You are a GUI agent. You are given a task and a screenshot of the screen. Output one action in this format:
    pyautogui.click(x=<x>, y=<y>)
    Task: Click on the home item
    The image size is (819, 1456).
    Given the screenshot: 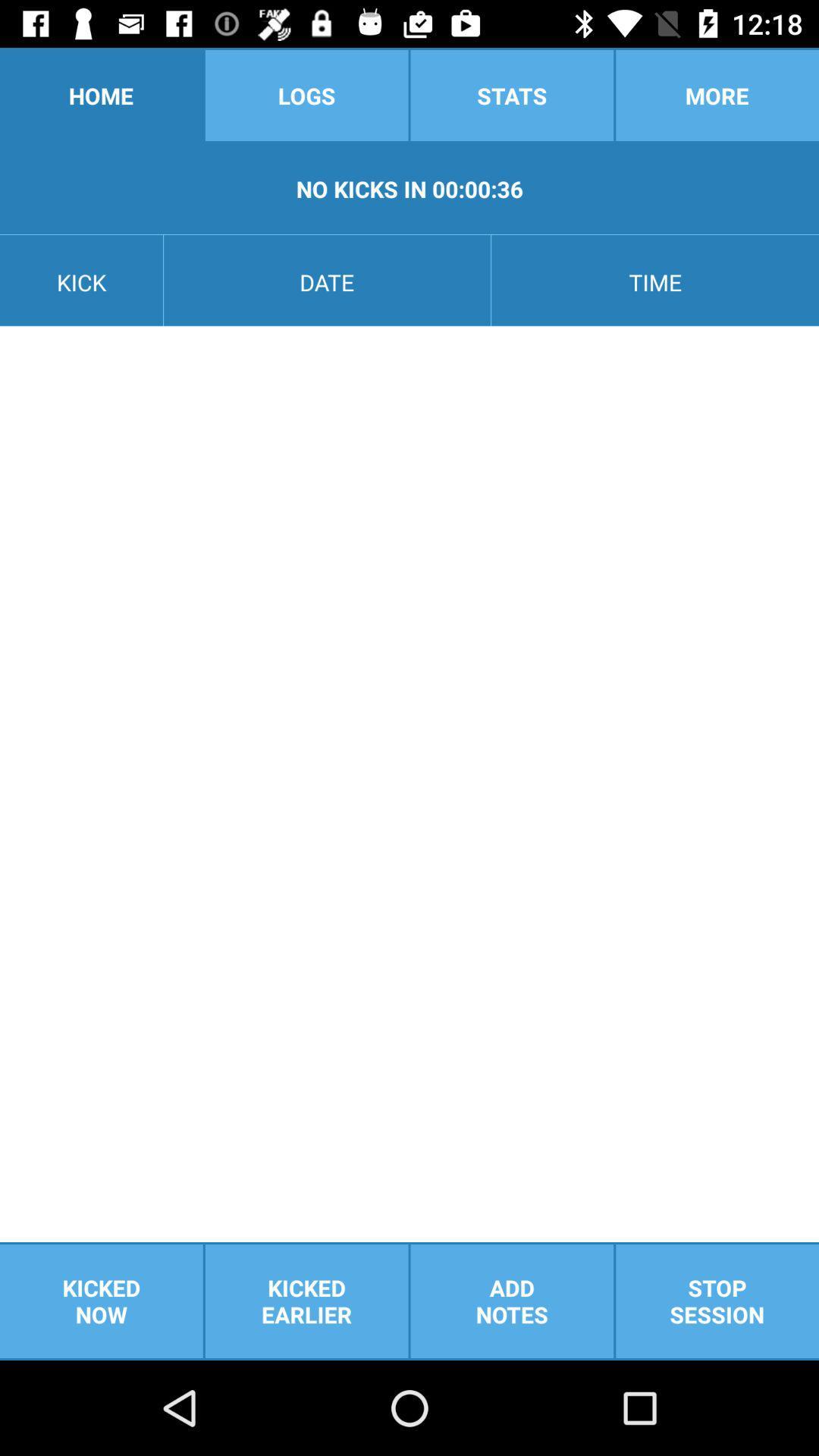 What is the action you would take?
    pyautogui.click(x=101, y=94)
    